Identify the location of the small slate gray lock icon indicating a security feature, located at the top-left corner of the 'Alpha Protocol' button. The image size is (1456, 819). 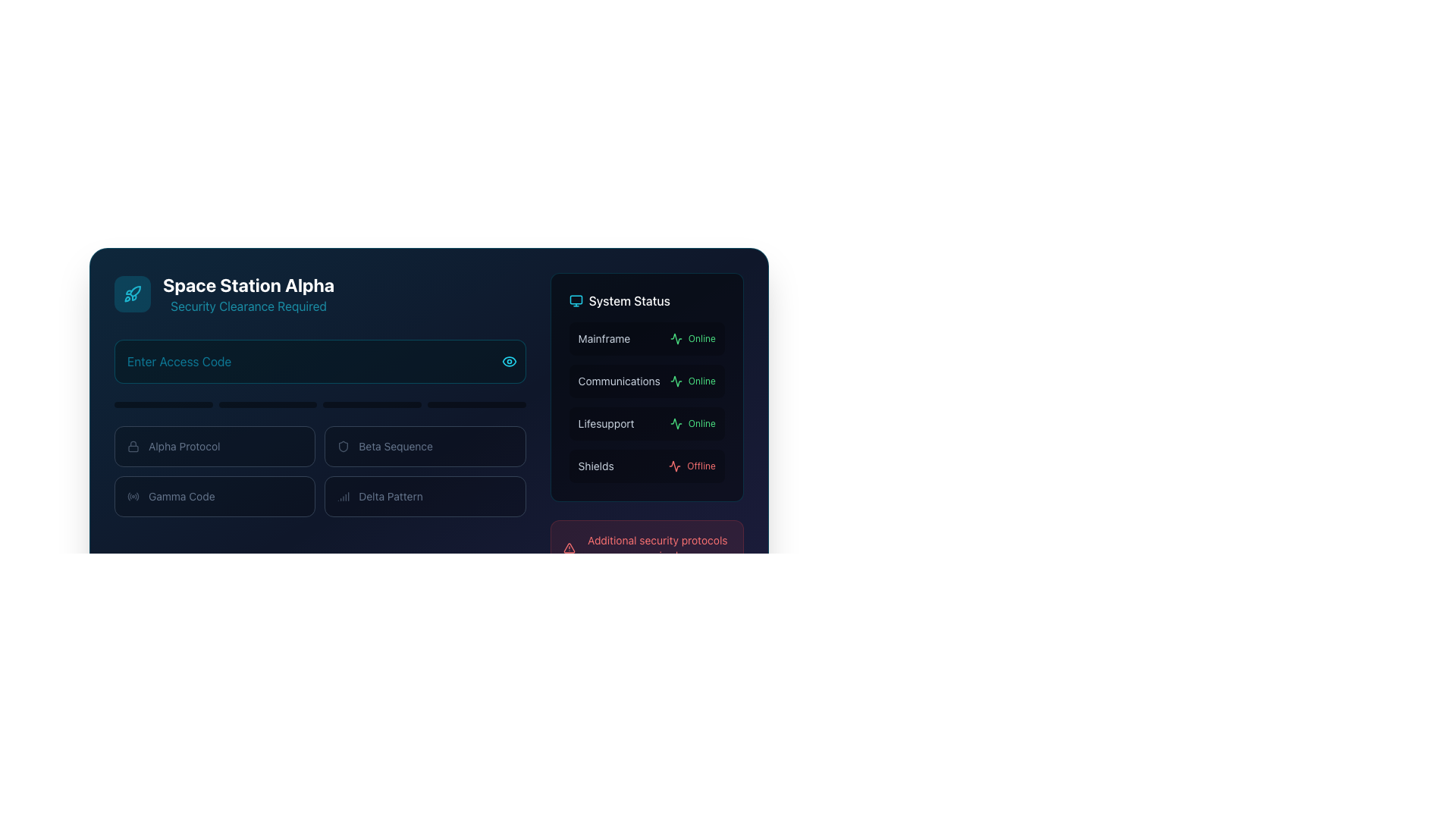
(133, 446).